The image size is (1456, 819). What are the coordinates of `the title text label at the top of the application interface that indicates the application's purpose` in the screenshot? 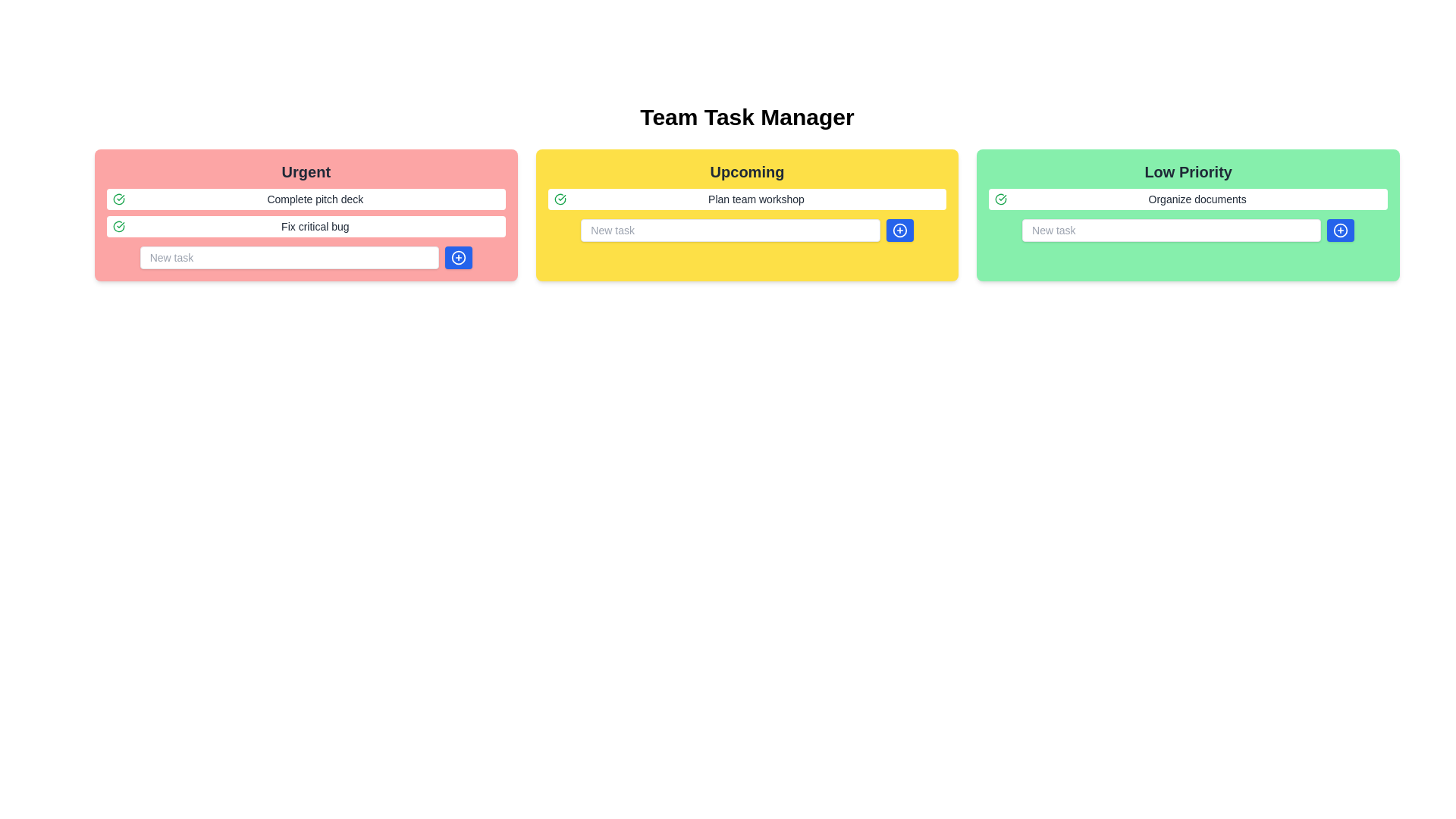 It's located at (747, 116).